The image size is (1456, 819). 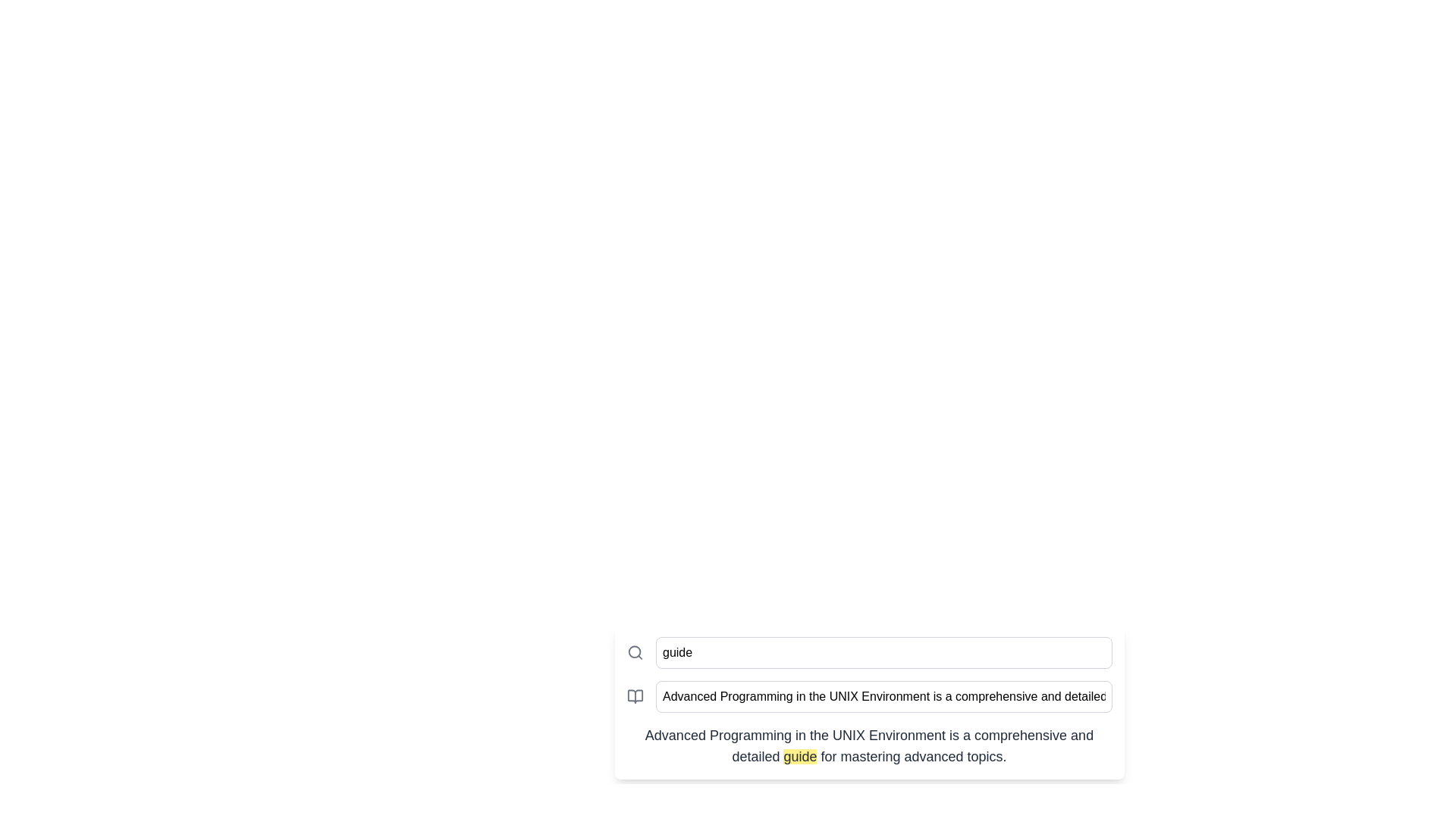 I want to click on the circular part of the magnifying glass icon used for search, located near the top-left corner of the user interface, so click(x=634, y=651).